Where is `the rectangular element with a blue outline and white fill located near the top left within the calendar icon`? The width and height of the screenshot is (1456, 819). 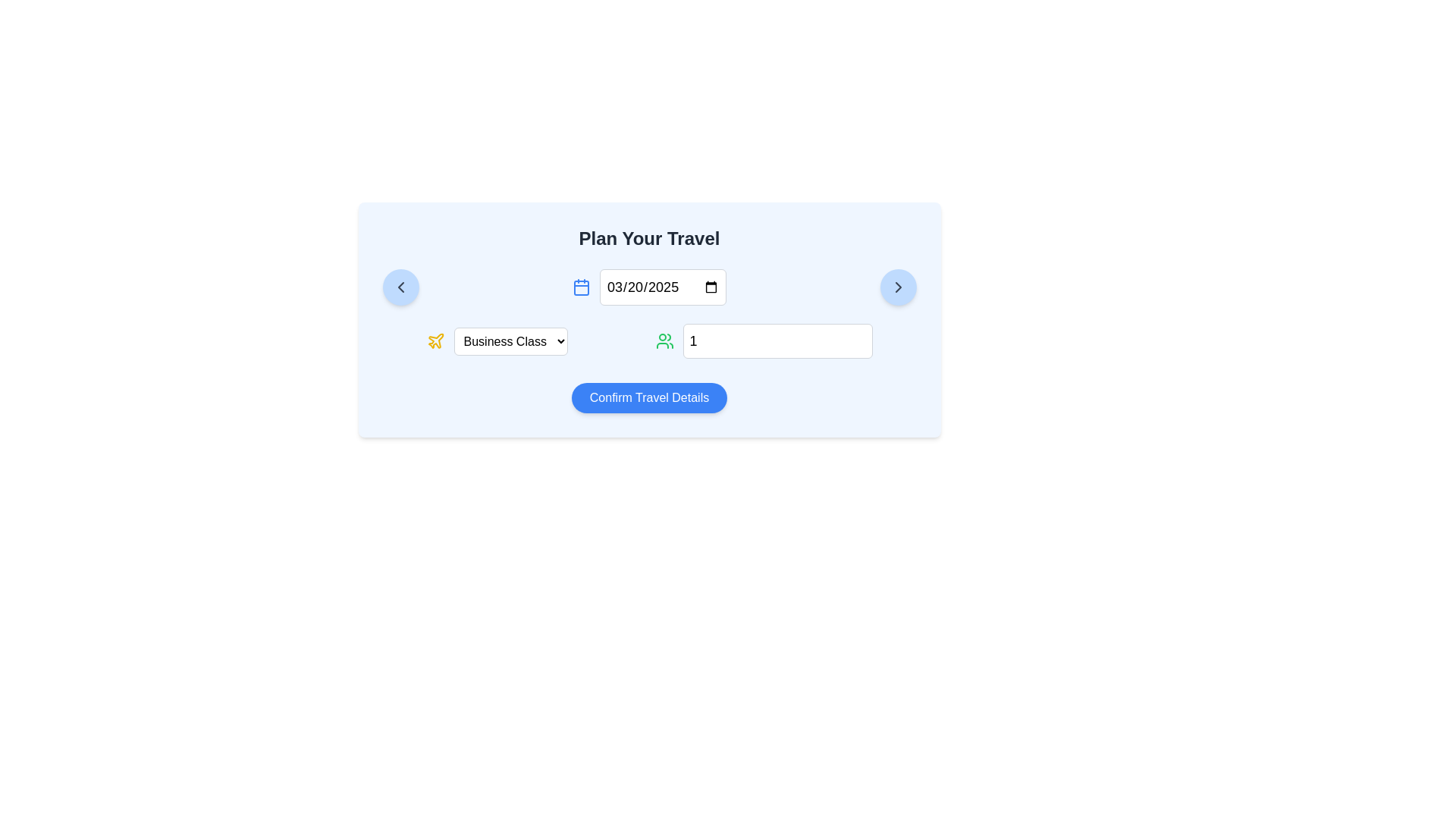 the rectangular element with a blue outline and white fill located near the top left within the calendar icon is located at coordinates (581, 288).